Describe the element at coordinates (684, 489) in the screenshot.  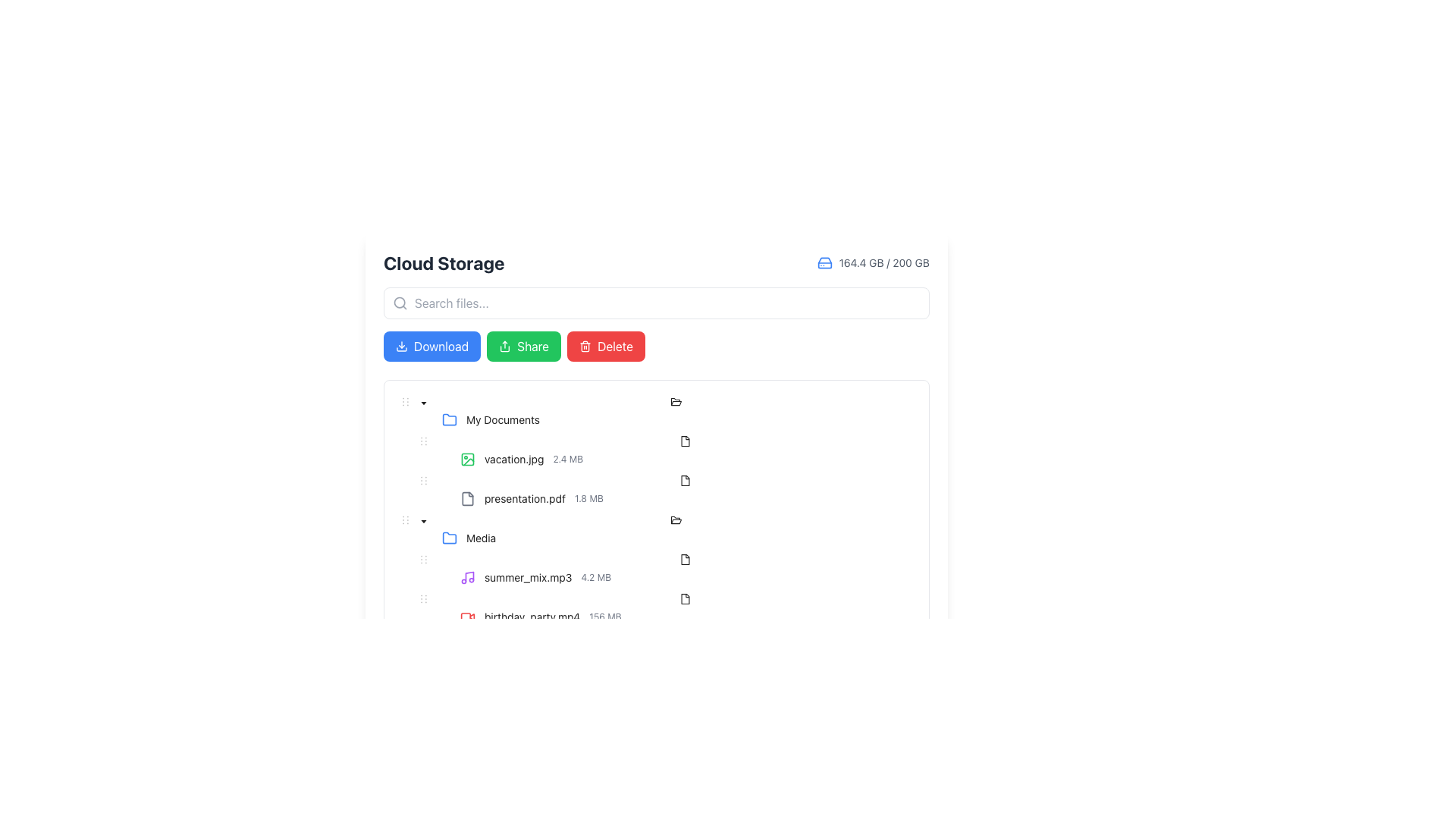
I see `the List Item representing the file 'presentation.pdf' in the file browser` at that location.